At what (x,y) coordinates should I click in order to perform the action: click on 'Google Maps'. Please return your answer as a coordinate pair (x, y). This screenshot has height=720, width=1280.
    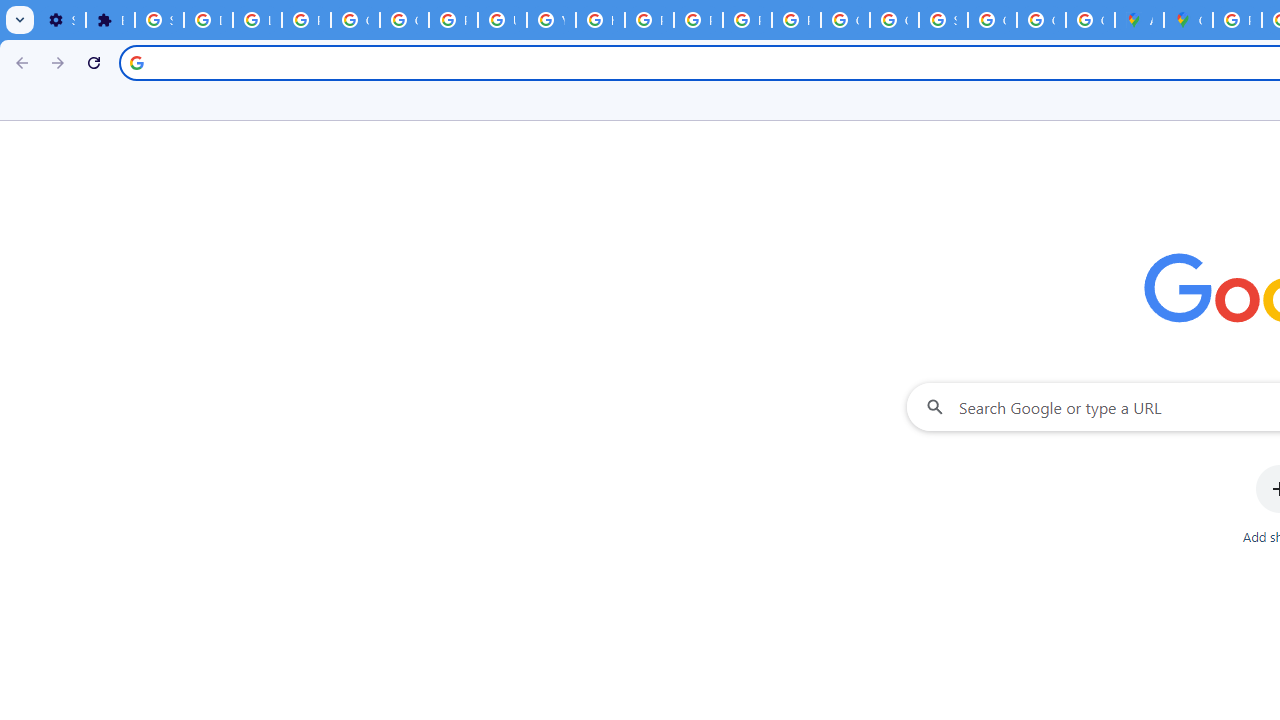
    Looking at the image, I should click on (1188, 20).